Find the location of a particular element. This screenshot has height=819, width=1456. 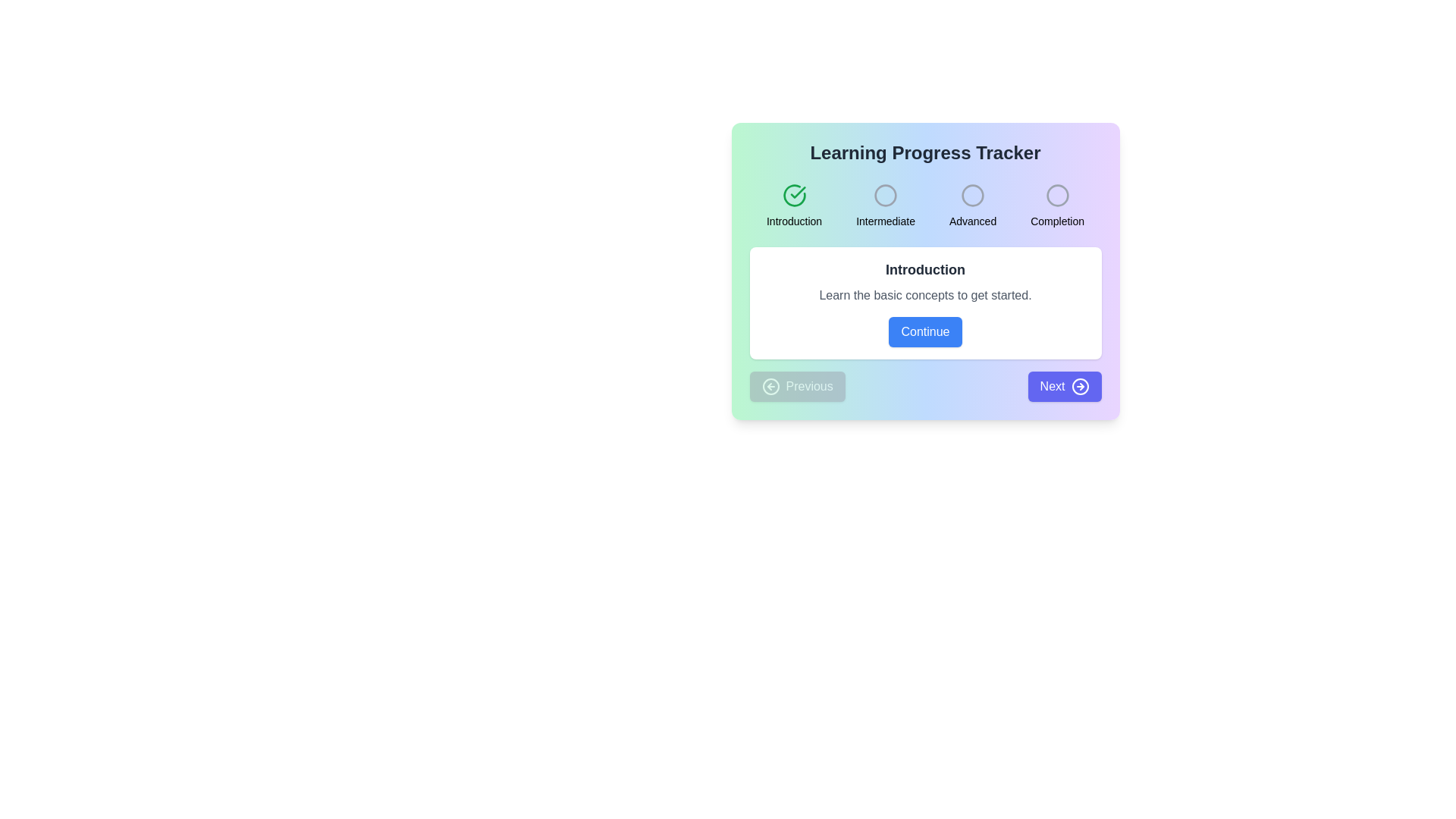

the circular green bordered icon with a checkmark inside, indicating completion, located near the top-left of the progress tracker, above 'Introduction' is located at coordinates (793, 195).